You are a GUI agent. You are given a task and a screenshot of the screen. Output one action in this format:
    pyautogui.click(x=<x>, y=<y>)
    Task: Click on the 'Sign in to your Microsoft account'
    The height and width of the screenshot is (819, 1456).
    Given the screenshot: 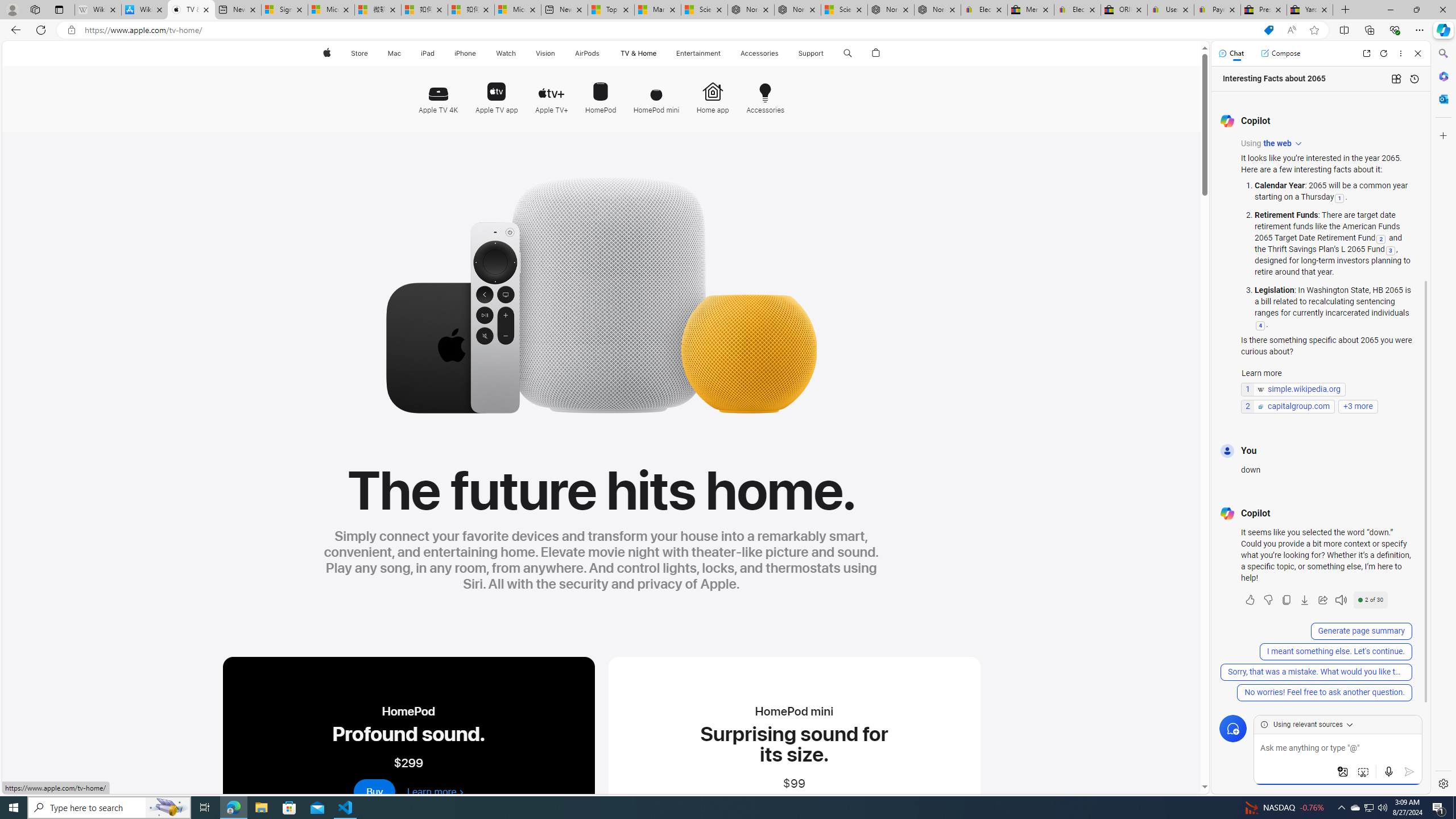 What is the action you would take?
    pyautogui.click(x=284, y=9)
    